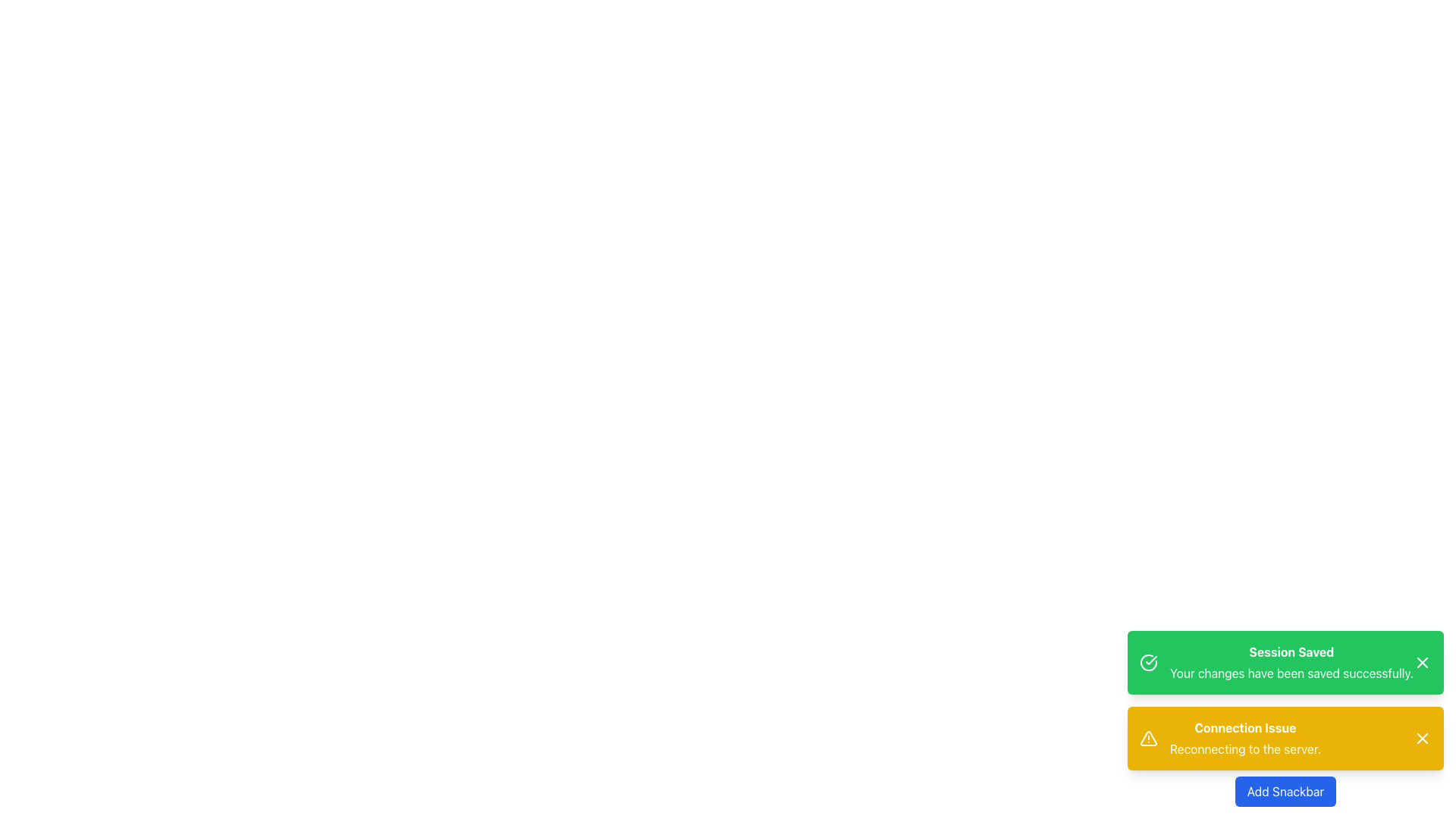 This screenshot has height=819, width=1456. Describe the element at coordinates (1422, 738) in the screenshot. I see `the diagonal line forming part of an 'X' shape in the top-right corner of the green snackbar` at that location.